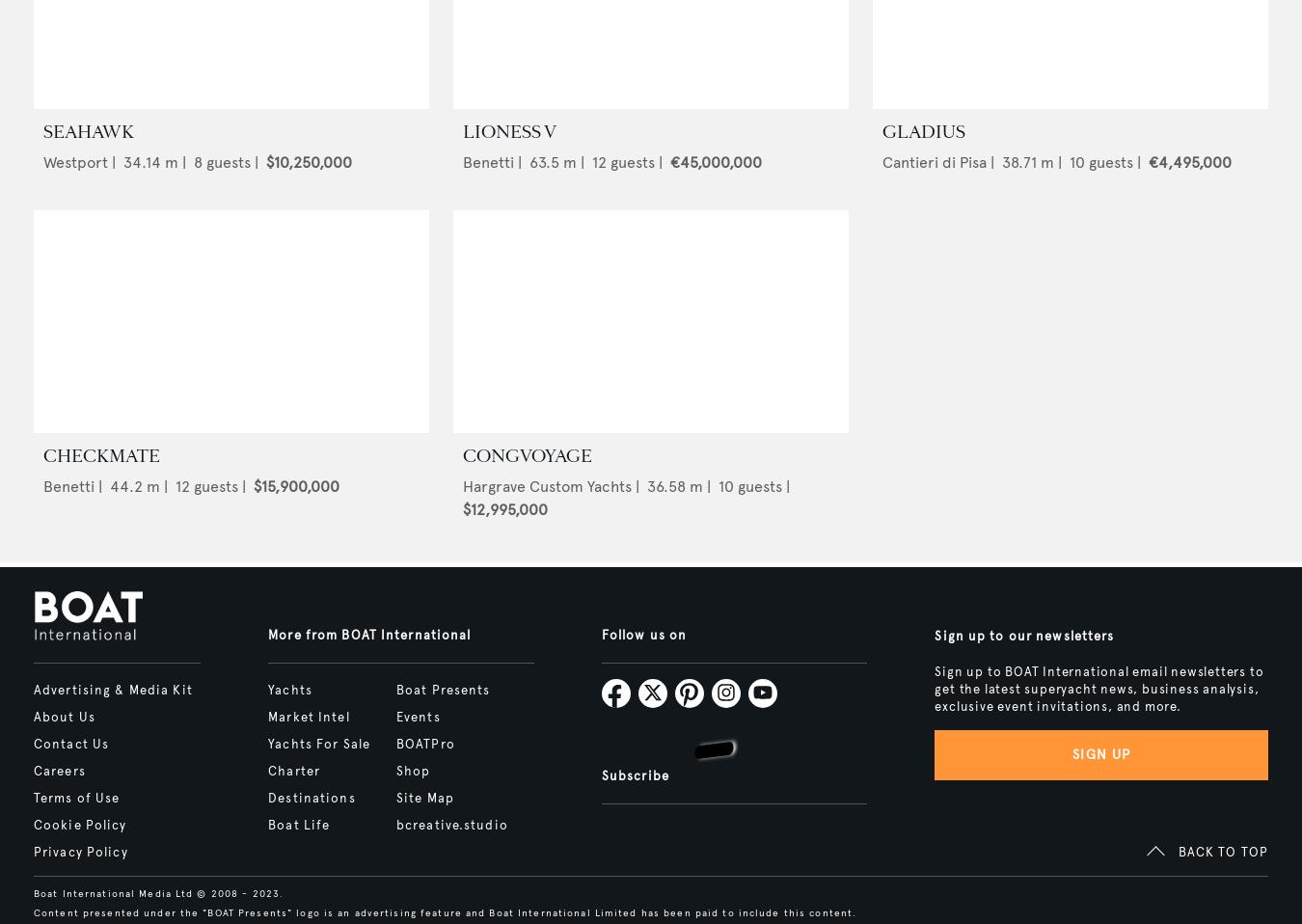 The height and width of the screenshot is (924, 1302). What do you see at coordinates (297, 824) in the screenshot?
I see `'Boat Life'` at bounding box center [297, 824].